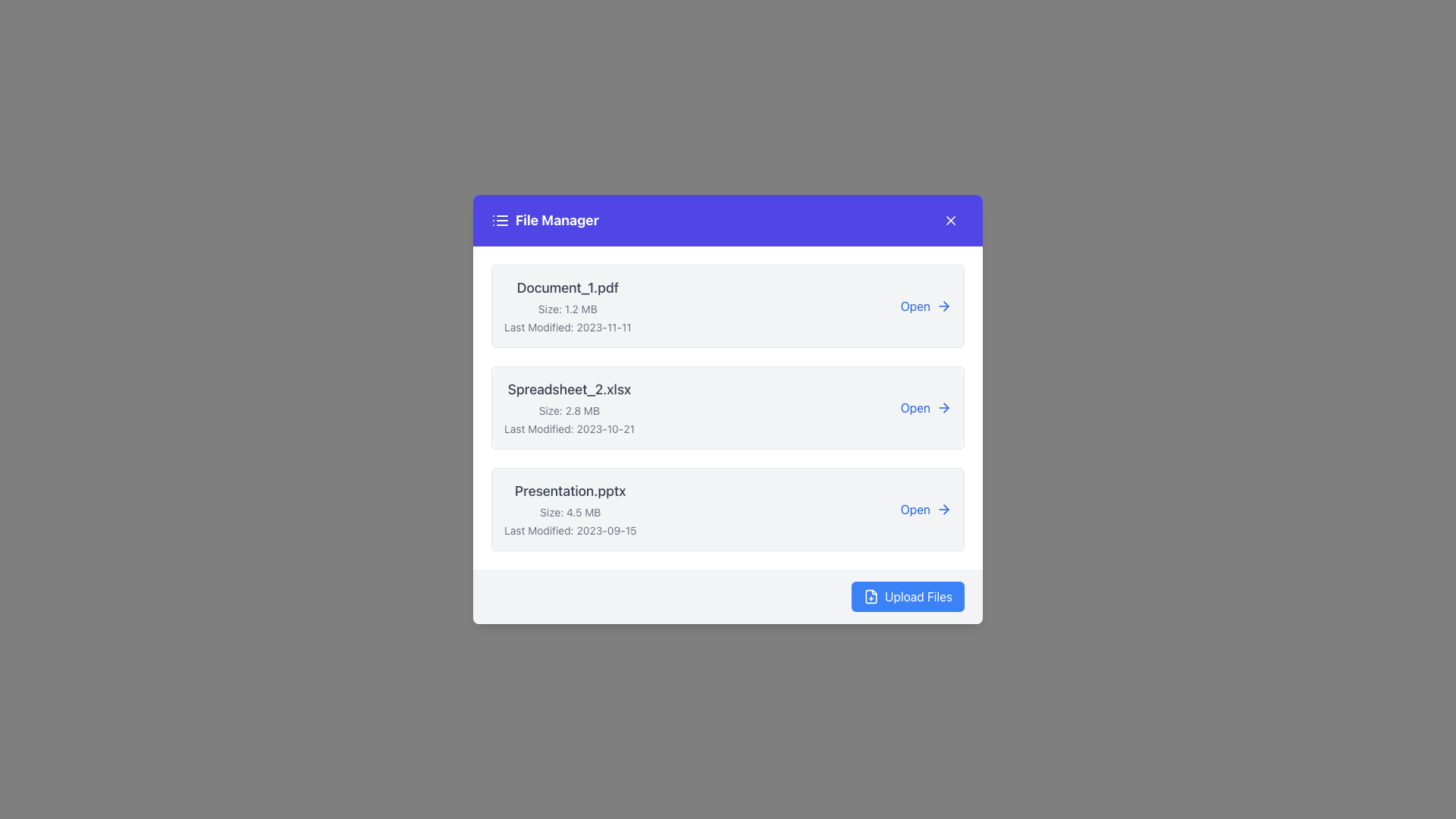 The height and width of the screenshot is (819, 1456). What do you see at coordinates (566, 309) in the screenshot?
I see `the static text element that indicates the size of the file 'Document_1.pdf', located in the first item block of the file list, positioned between the file name and the last modified date` at bounding box center [566, 309].